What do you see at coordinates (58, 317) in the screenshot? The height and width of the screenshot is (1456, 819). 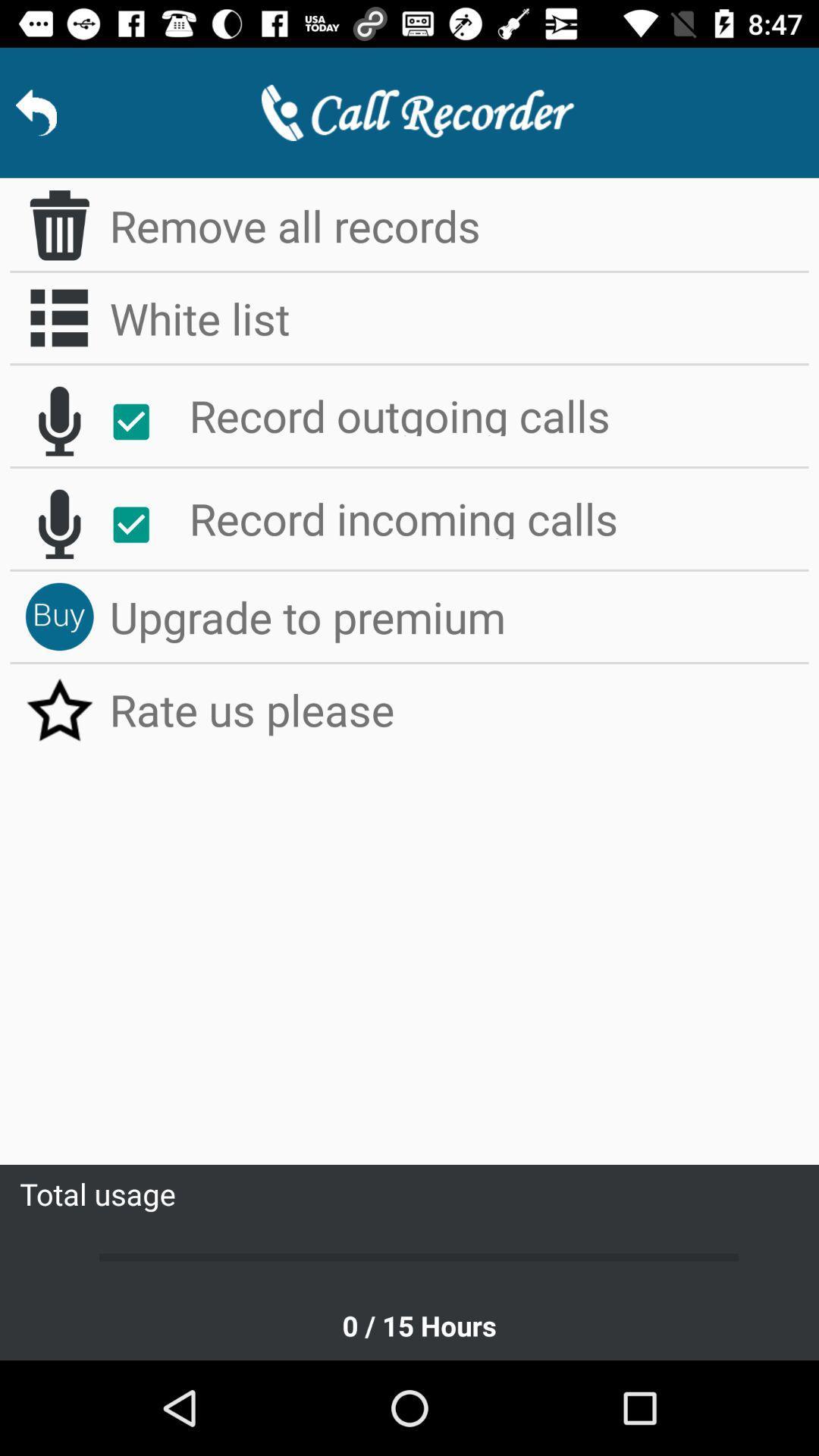 I see `open white list` at bounding box center [58, 317].